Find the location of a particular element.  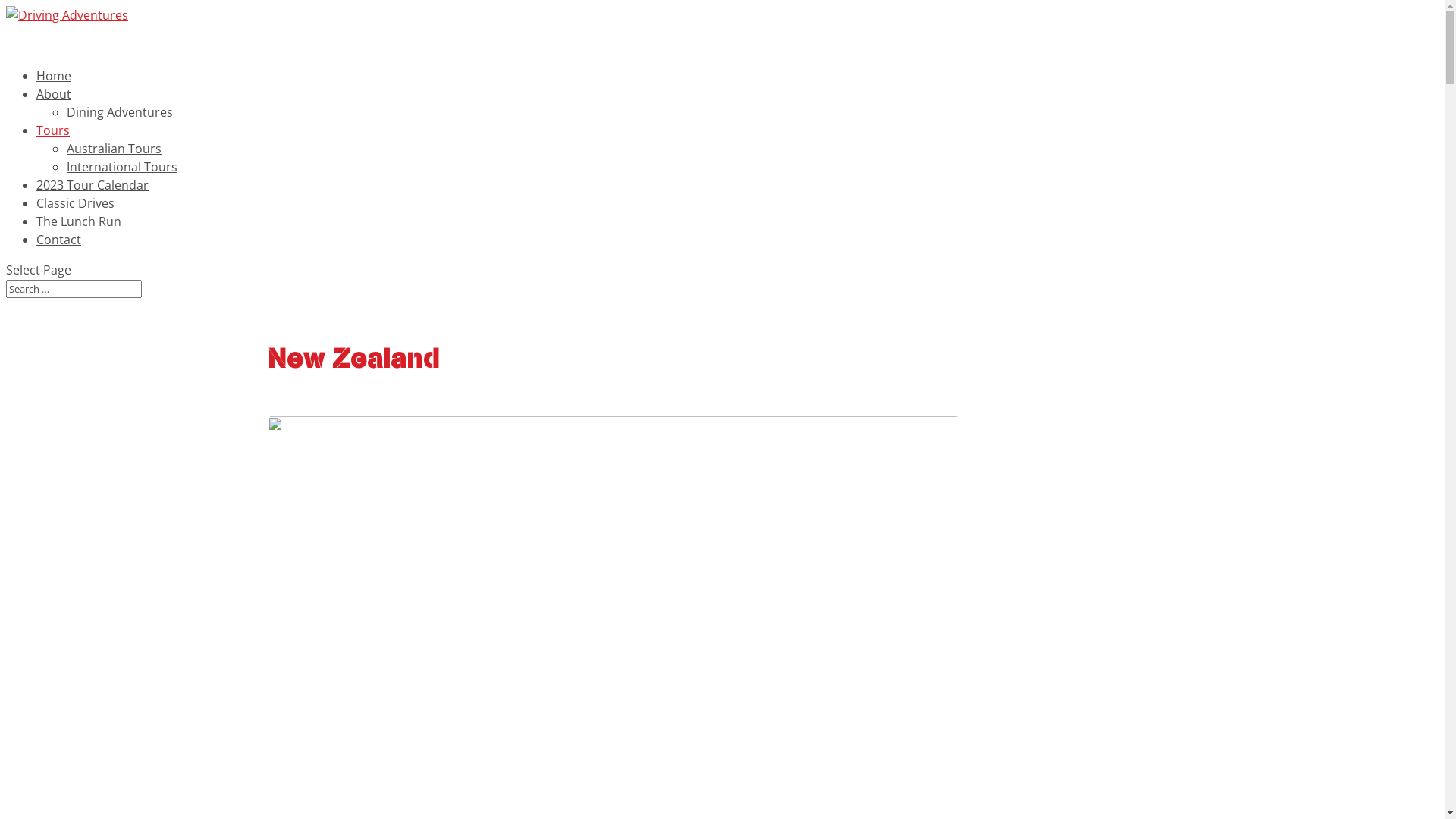

'Classic Drives' is located at coordinates (74, 218).